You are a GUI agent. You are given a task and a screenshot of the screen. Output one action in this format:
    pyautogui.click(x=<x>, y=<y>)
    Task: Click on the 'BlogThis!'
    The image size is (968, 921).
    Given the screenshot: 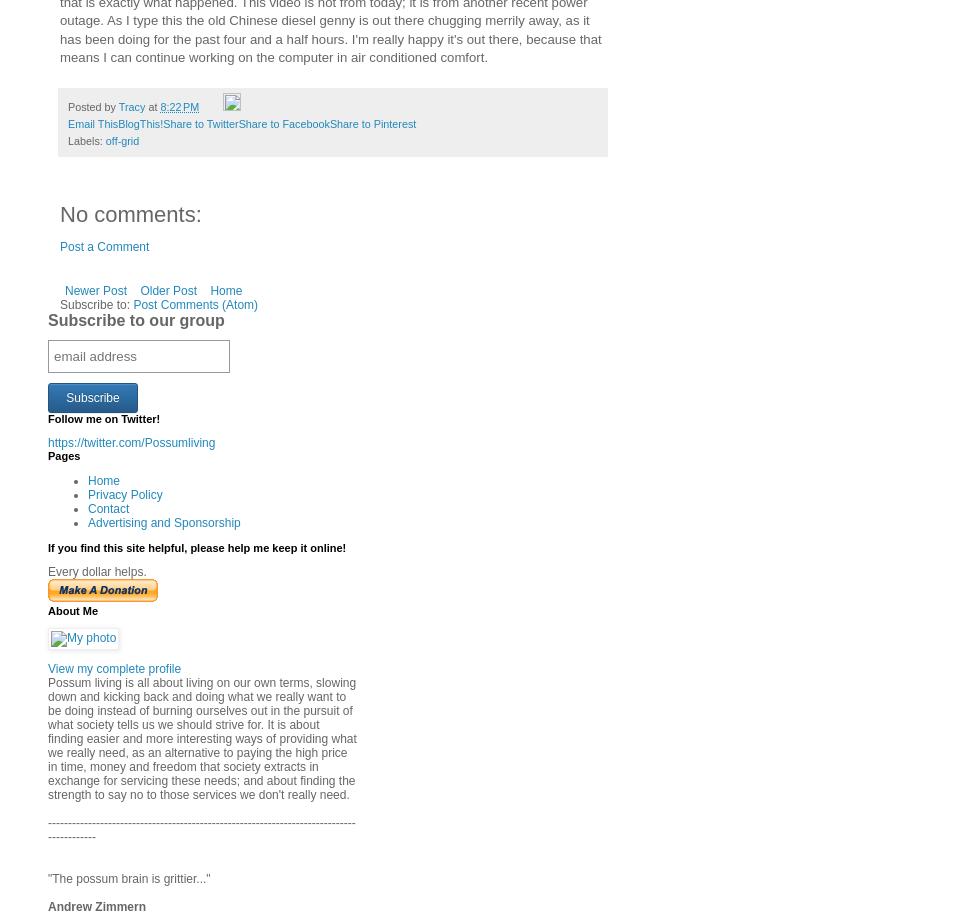 What is the action you would take?
    pyautogui.click(x=139, y=123)
    